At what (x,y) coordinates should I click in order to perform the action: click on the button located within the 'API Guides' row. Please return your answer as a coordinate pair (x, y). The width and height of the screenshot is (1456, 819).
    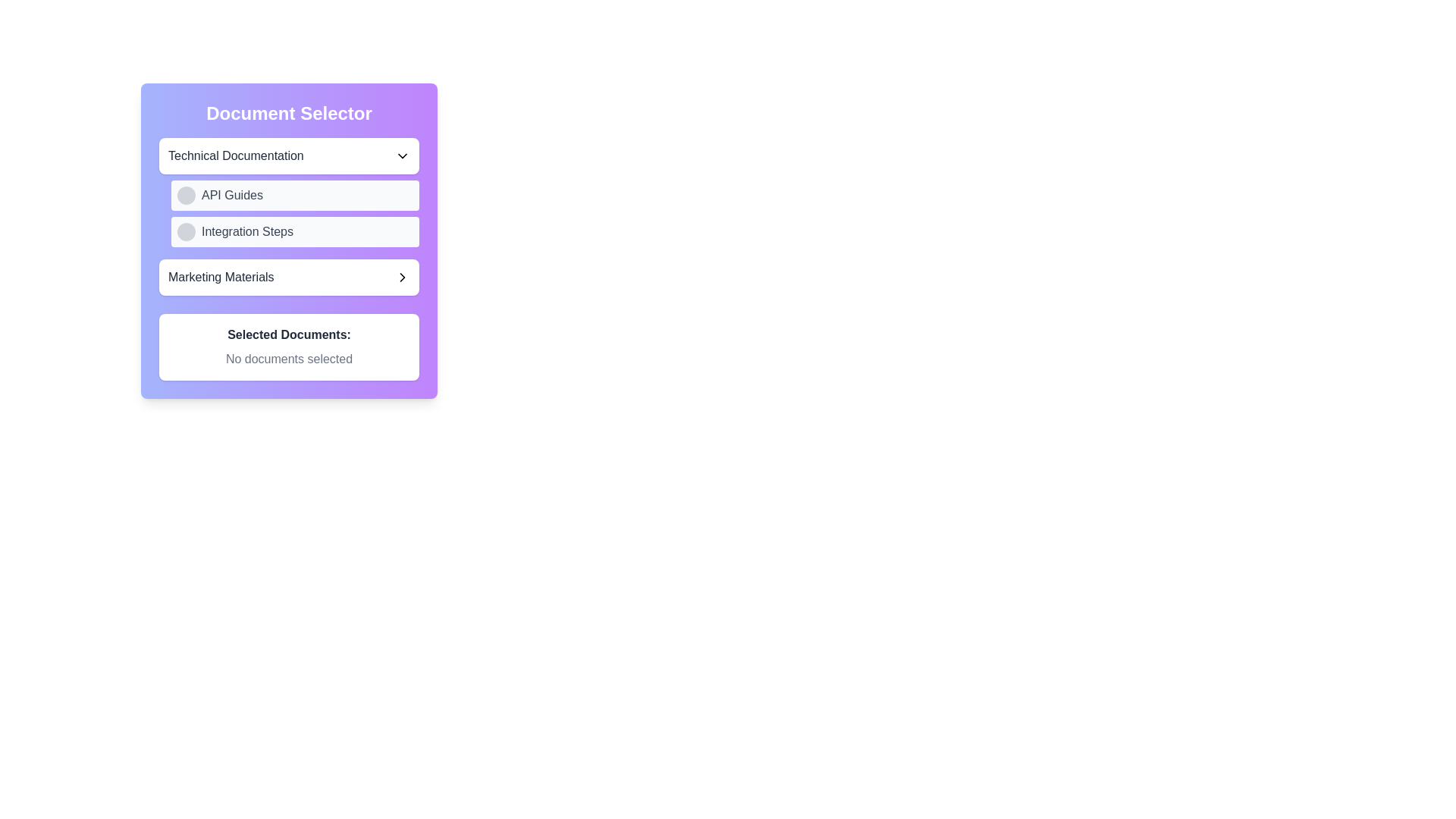
    Looking at the image, I should click on (185, 195).